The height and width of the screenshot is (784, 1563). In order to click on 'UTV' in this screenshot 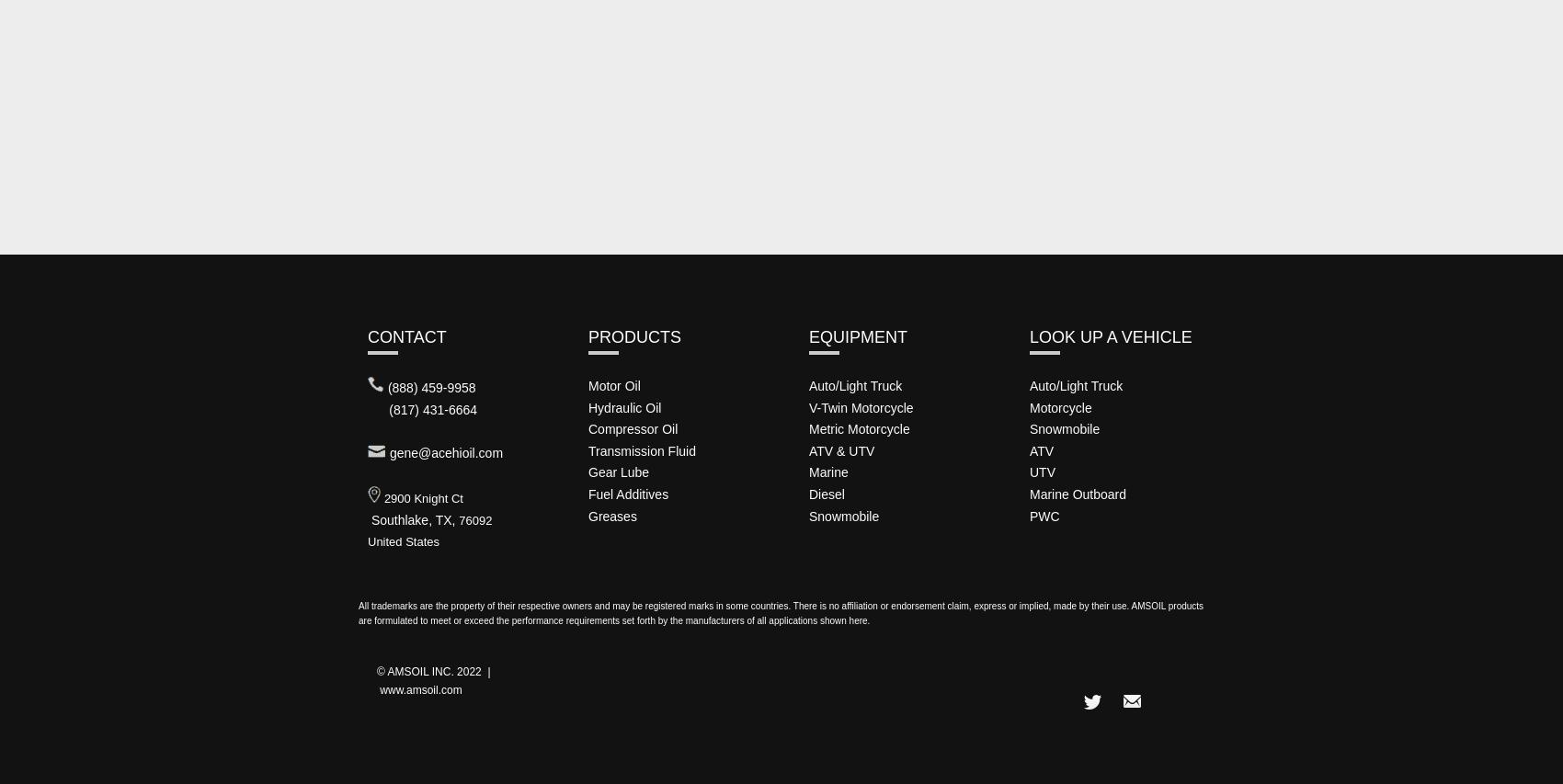, I will do `click(1043, 472)`.